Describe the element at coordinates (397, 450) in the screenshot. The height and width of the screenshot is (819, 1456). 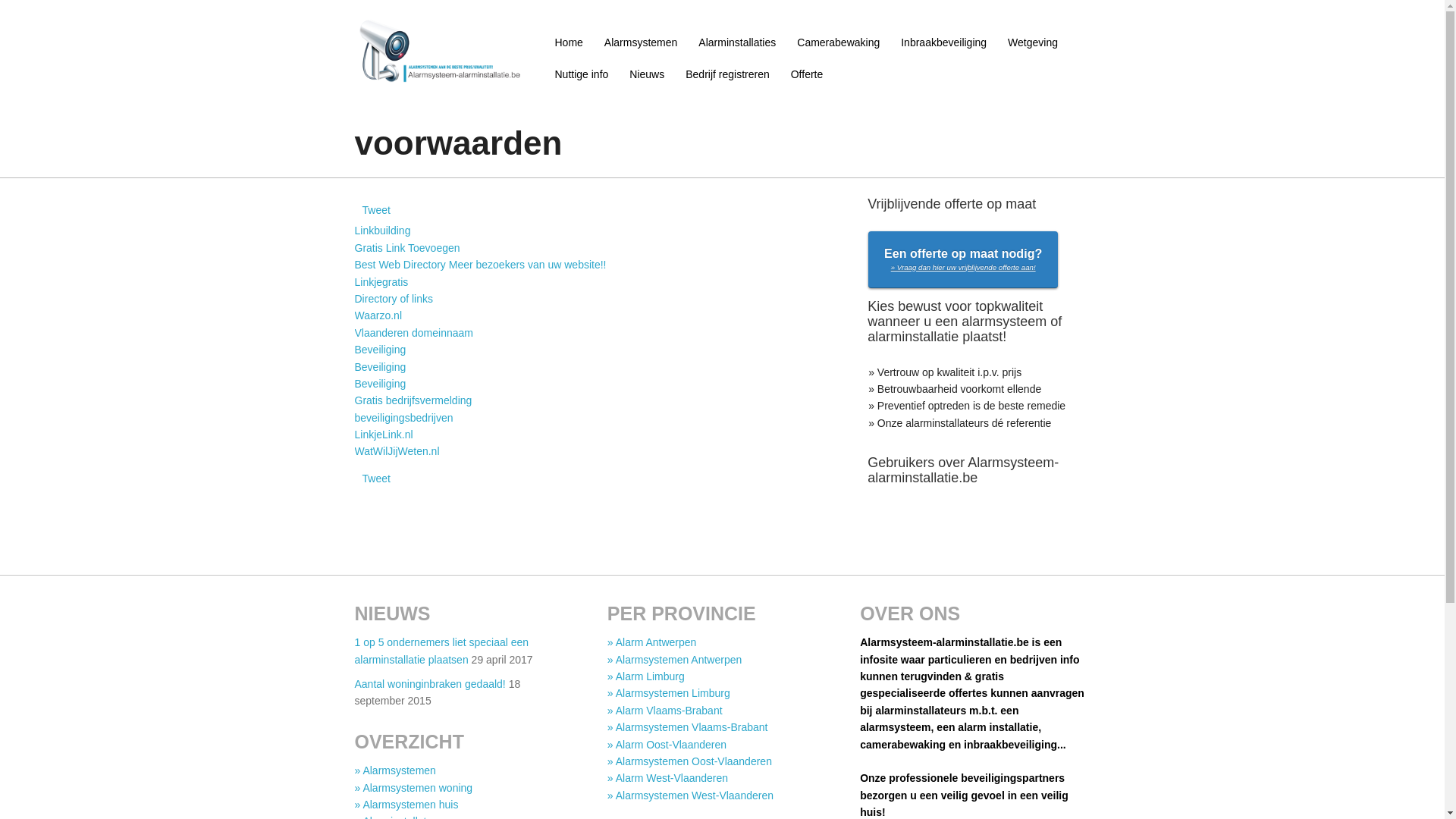
I see `'WatWilJijWeten.nl'` at that location.